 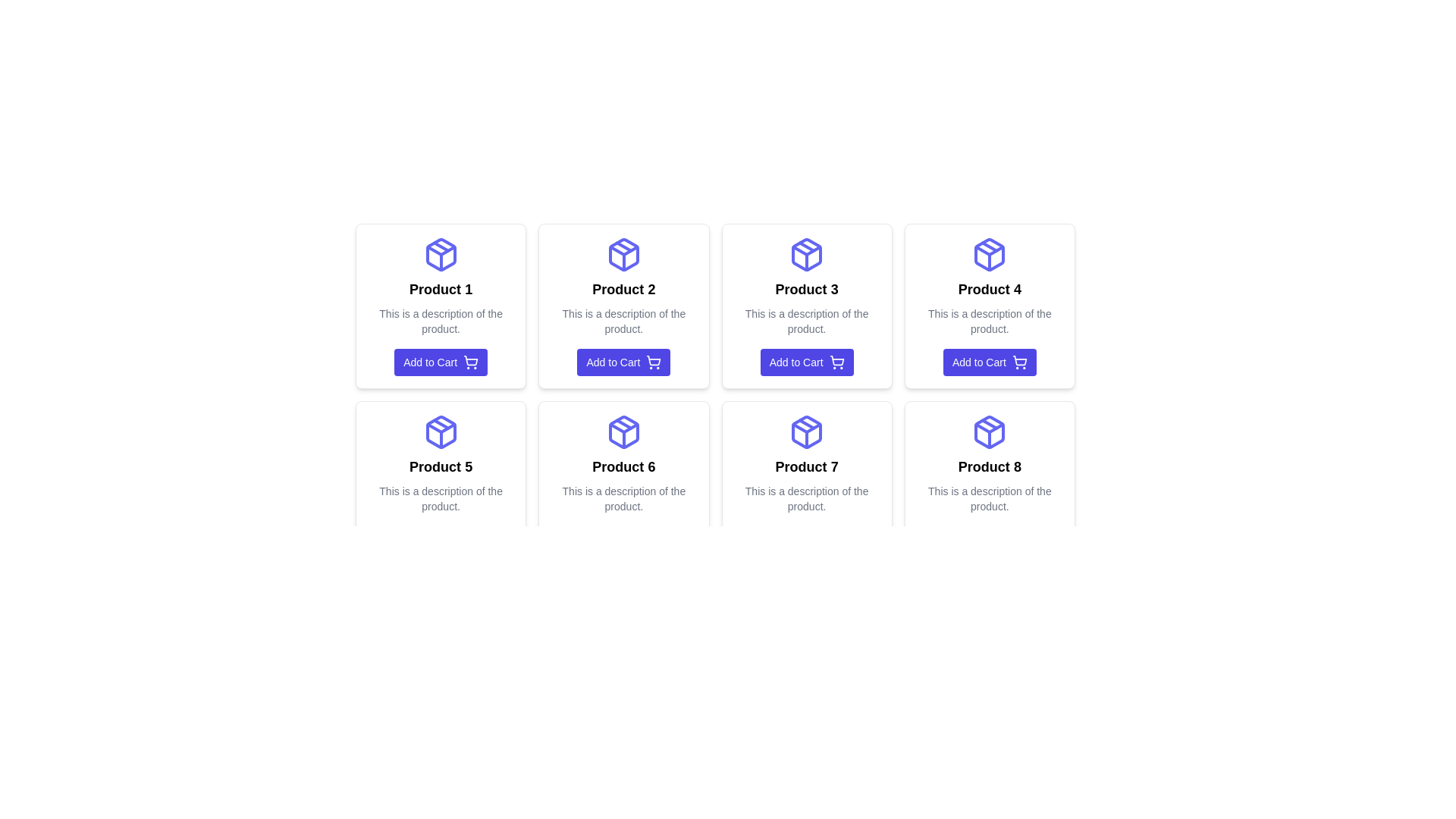 I want to click on the SVG shopping cart icon located at the far right of the 'Add to Cart' button in the fourth product card from the left in the top row of the grid layout, so click(x=1019, y=362).